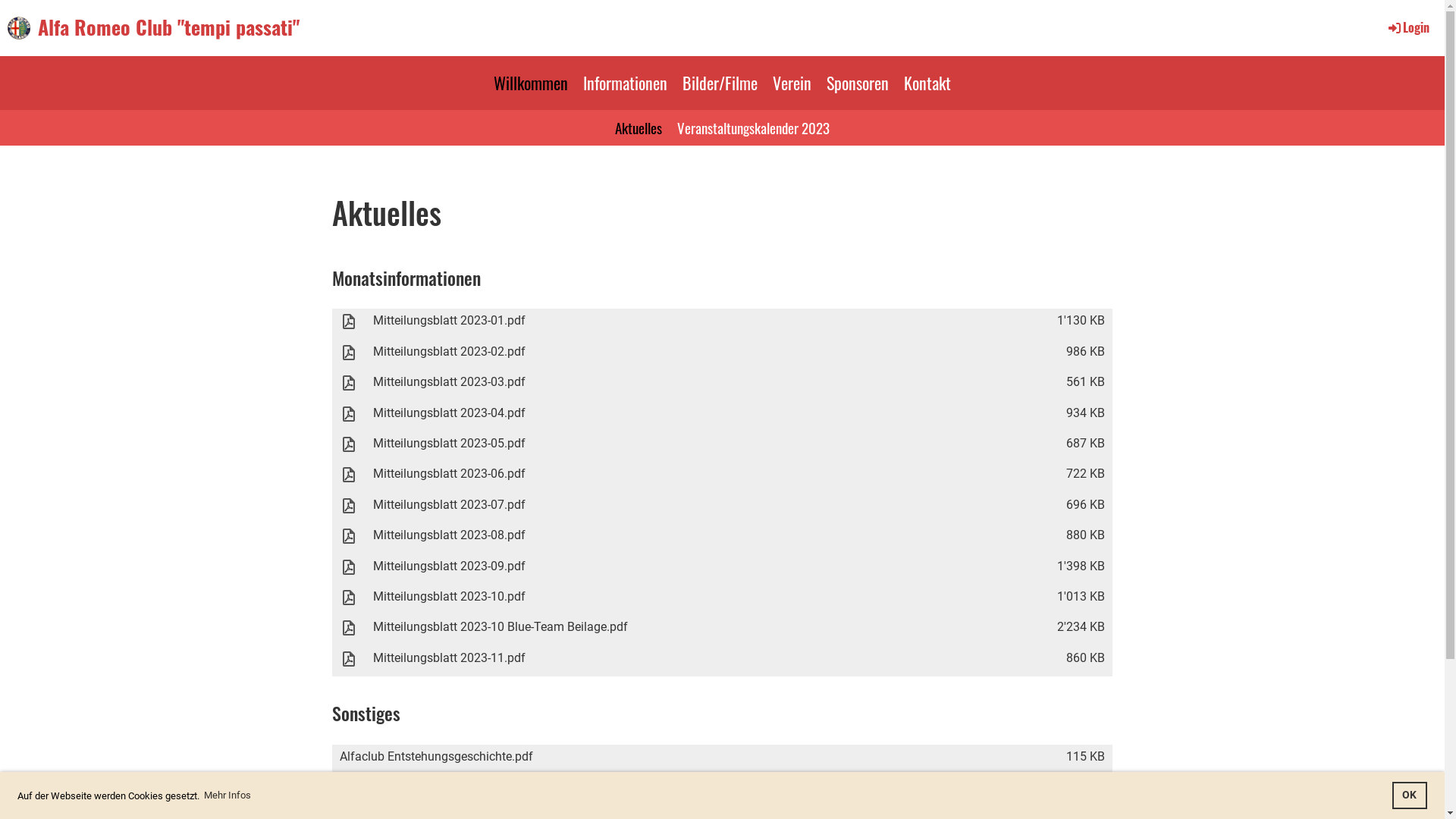  I want to click on 'OK', so click(1408, 795).